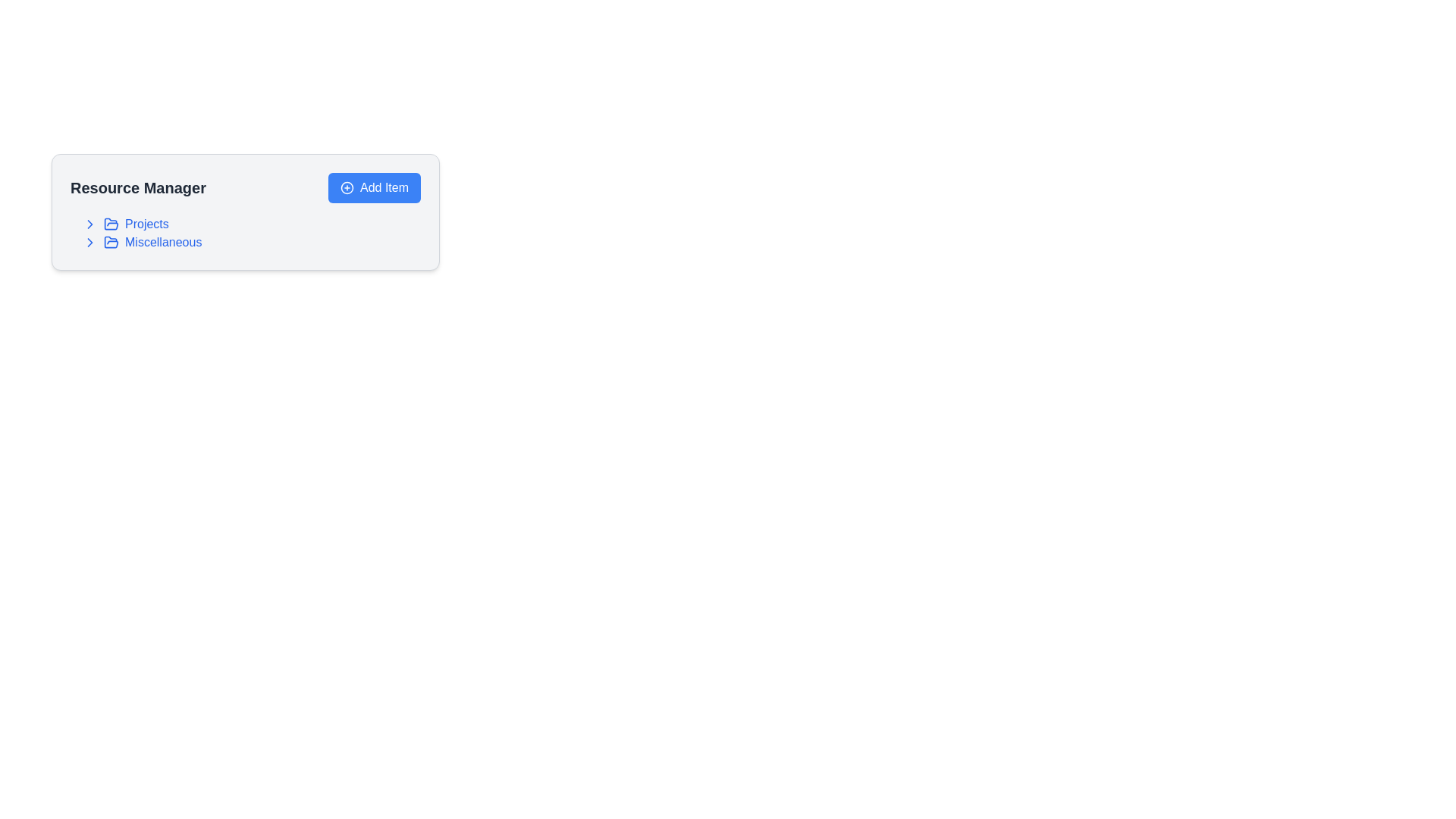  I want to click on SVG circle component that forms the outer ring of the plus-circle icon within the 'Add Item' button located at the top-right section of the 'Resource Manager' card using developer tools, so click(346, 187).